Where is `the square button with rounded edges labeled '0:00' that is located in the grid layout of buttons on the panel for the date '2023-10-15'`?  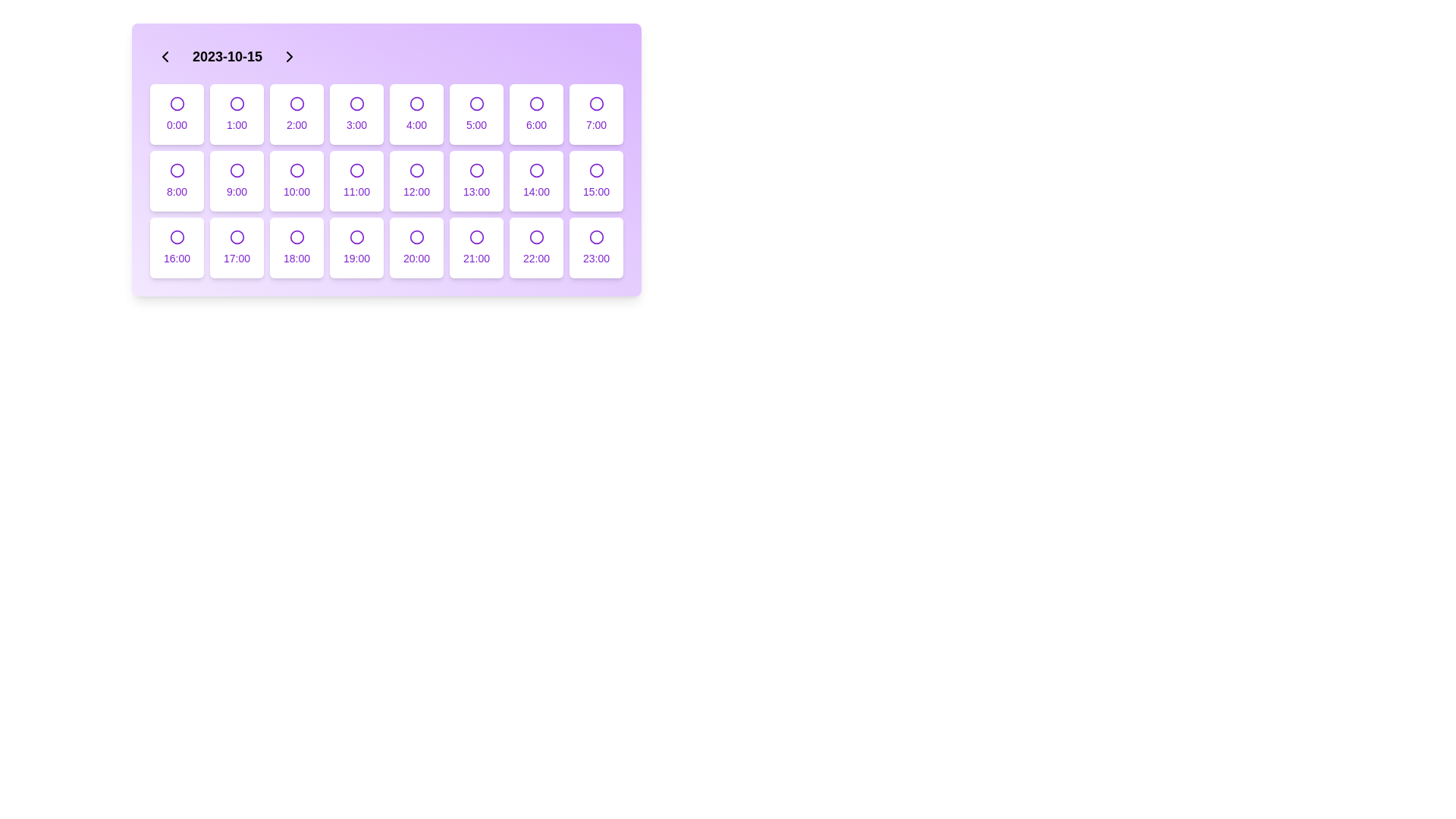 the square button with rounded edges labeled '0:00' that is located in the grid layout of buttons on the panel for the date '2023-10-15' is located at coordinates (177, 113).